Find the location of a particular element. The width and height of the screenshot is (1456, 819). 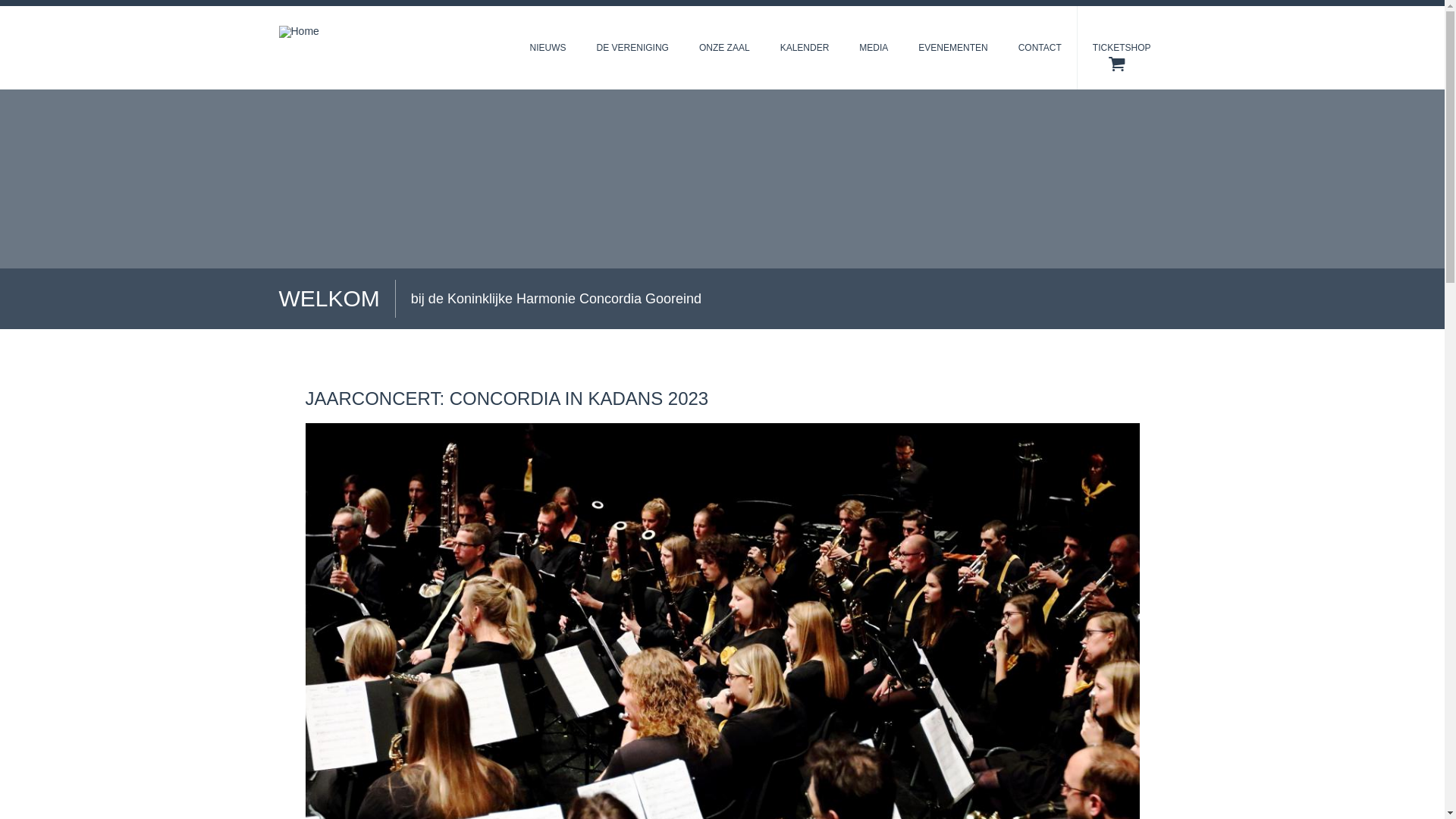

'DE VERENIGING' is located at coordinates (581, 46).